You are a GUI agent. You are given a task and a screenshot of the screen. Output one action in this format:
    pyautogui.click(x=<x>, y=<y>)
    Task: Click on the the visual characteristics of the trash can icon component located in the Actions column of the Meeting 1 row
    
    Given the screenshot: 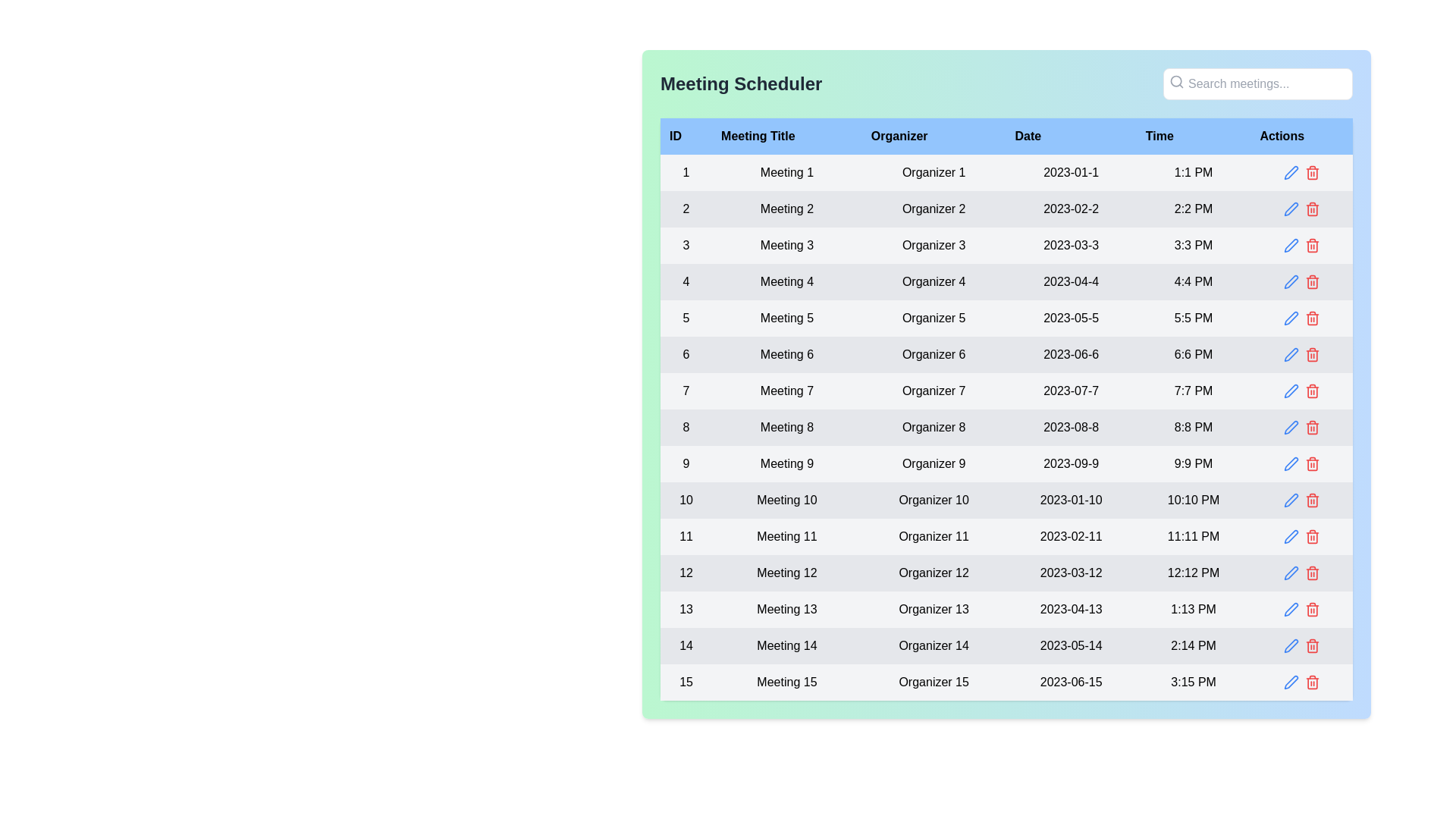 What is the action you would take?
    pyautogui.click(x=1311, y=173)
    